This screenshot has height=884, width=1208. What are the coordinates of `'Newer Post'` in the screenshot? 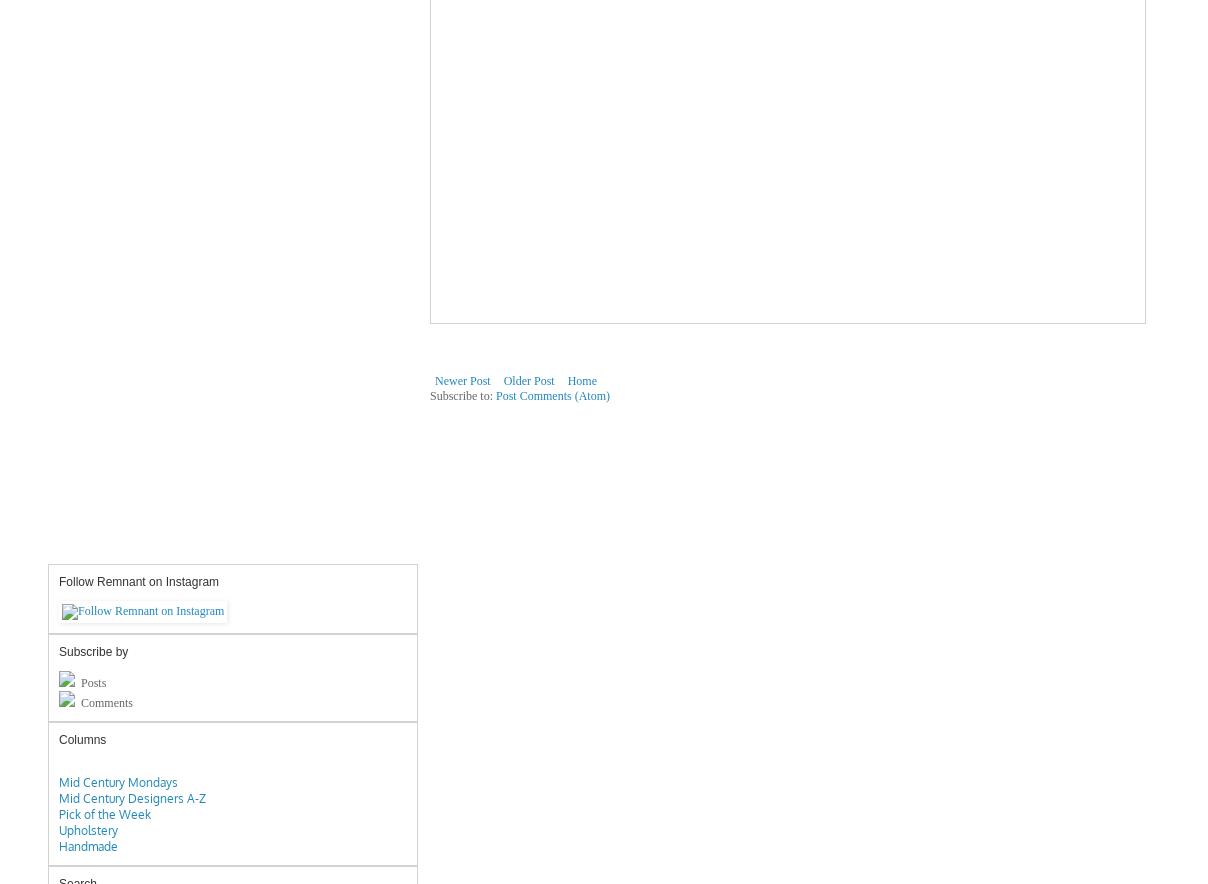 It's located at (462, 380).